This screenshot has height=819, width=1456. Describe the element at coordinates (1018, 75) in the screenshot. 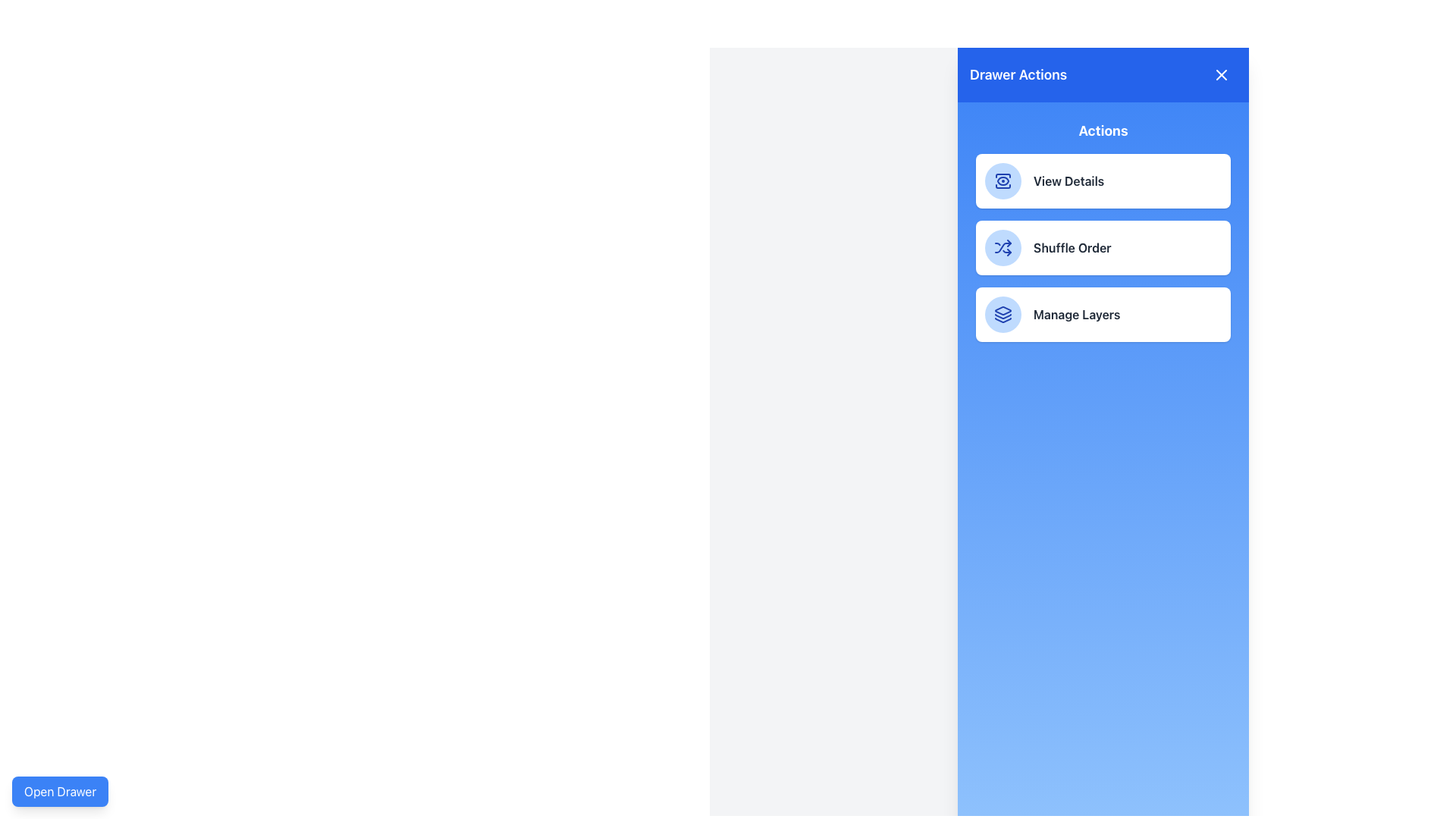

I see `the content of the Text label located in the top header of the drawer component, aligned to the left side and adjacent to the close icon` at that location.